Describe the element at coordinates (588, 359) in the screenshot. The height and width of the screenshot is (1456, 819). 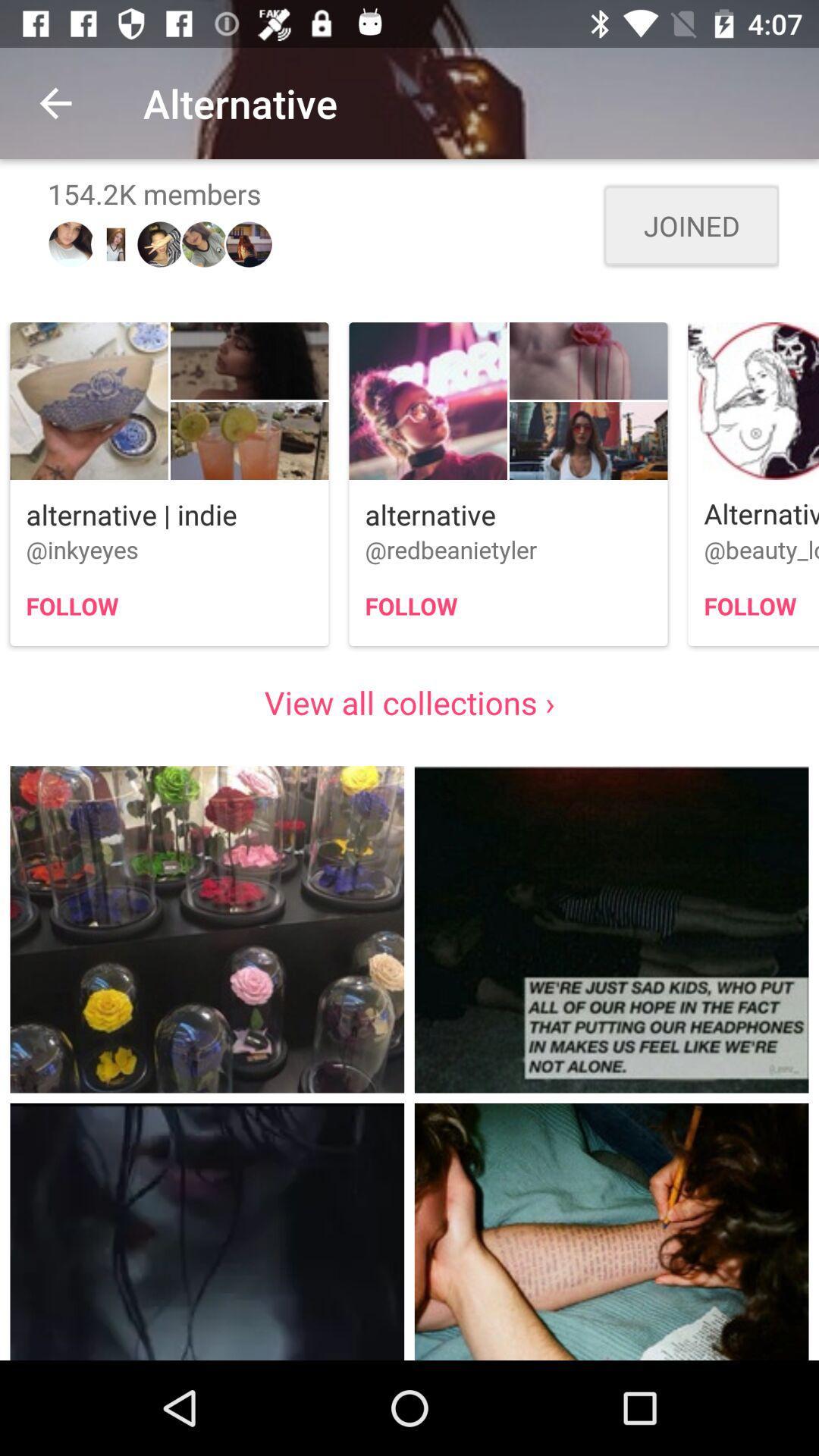
I see `second image above alternative` at that location.